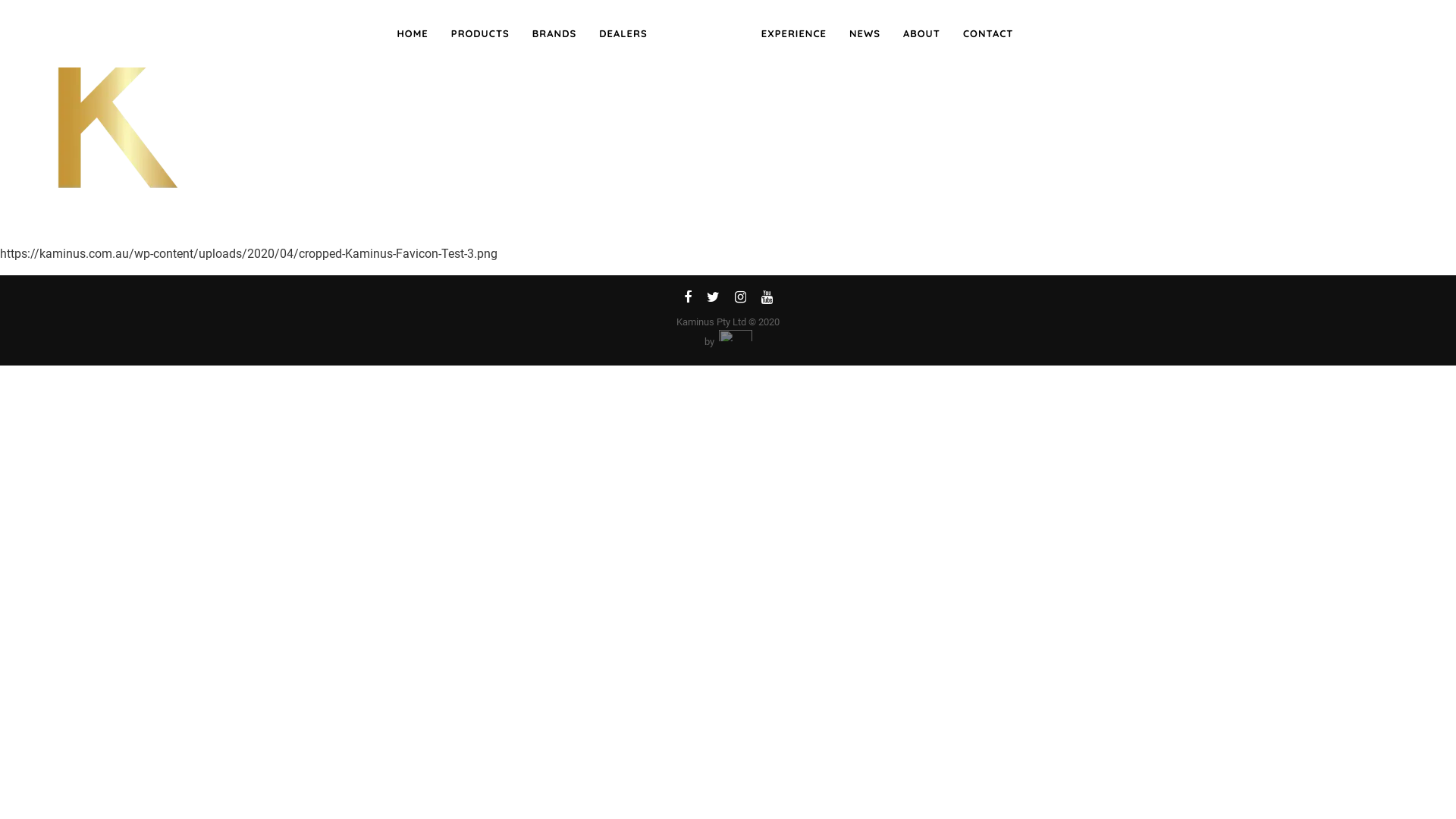  Describe the element at coordinates (767, 300) in the screenshot. I see `'Youtube'` at that location.